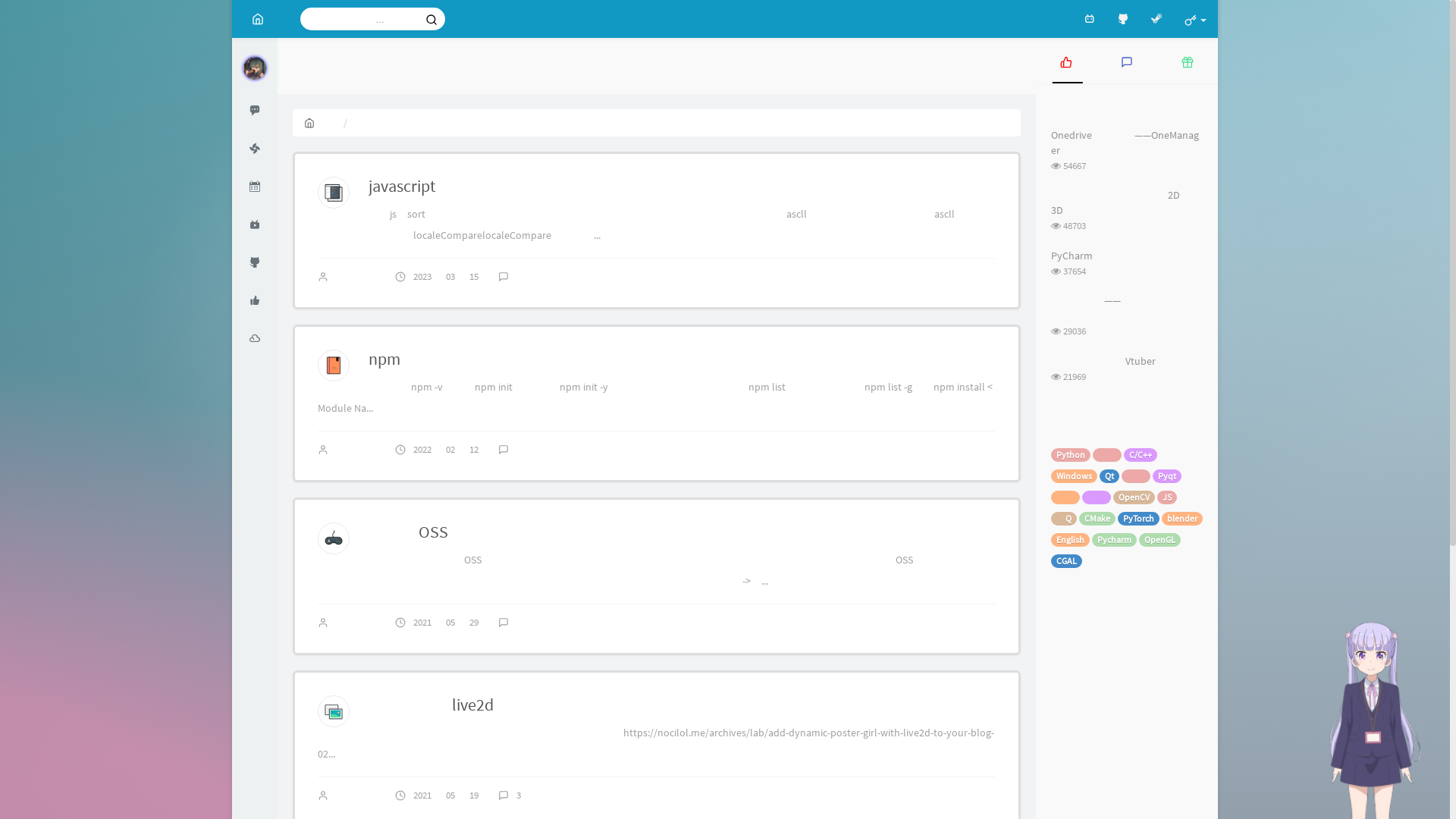 Image resolution: width=1456 pixels, height=819 pixels. What do you see at coordinates (1138, 517) in the screenshot?
I see `'PyTorch'` at bounding box center [1138, 517].